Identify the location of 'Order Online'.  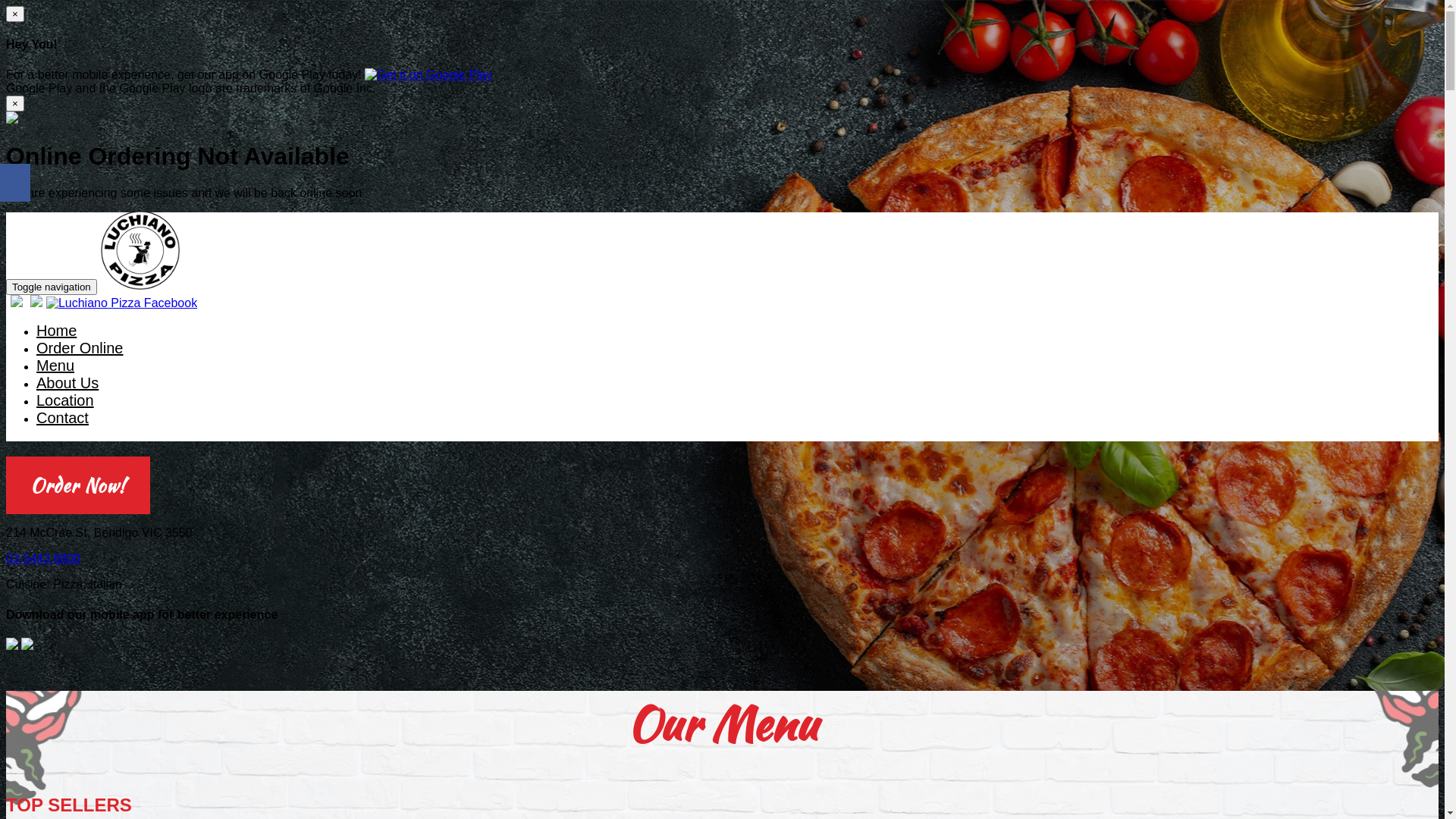
(79, 349).